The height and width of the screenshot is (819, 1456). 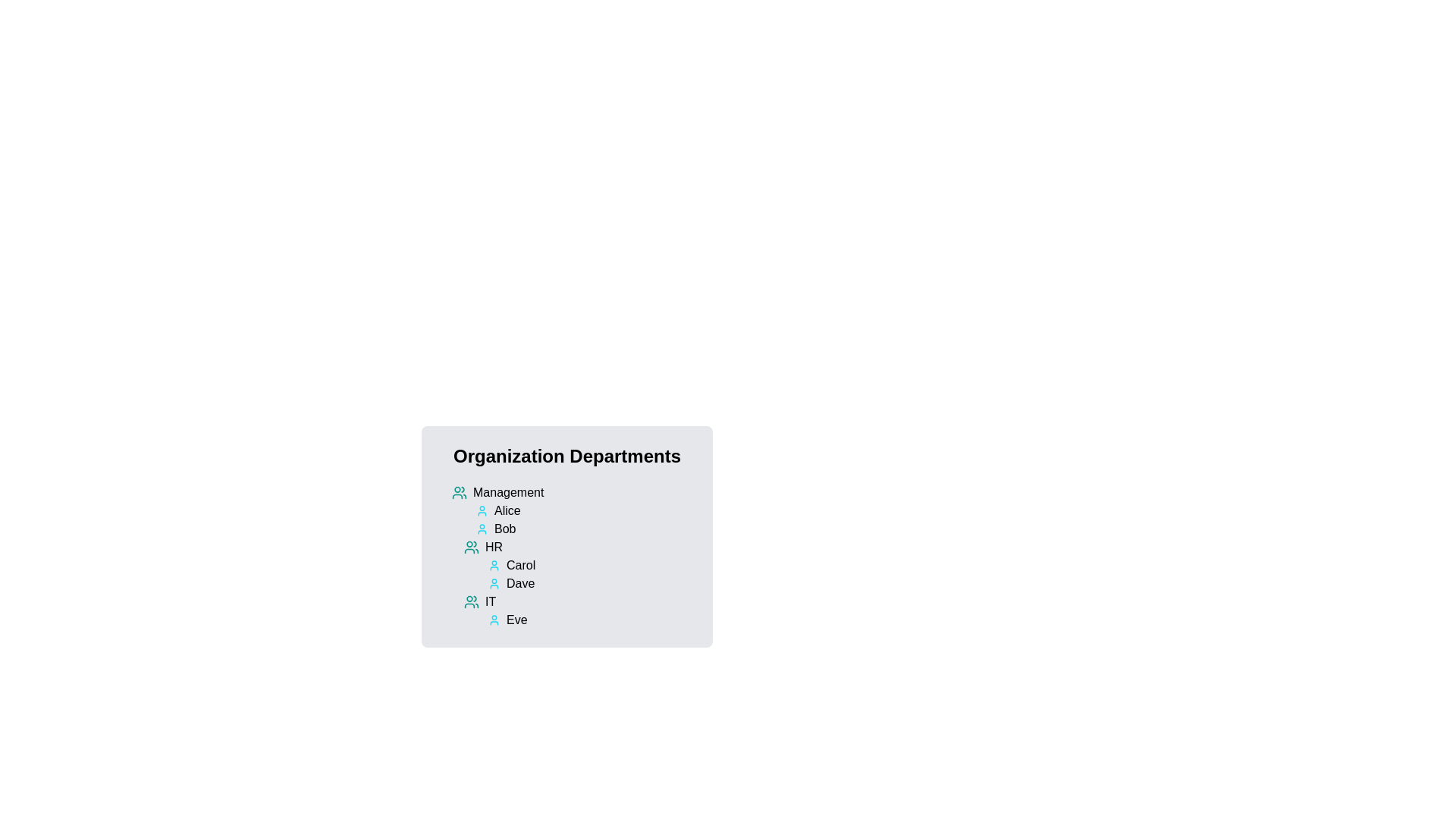 What do you see at coordinates (494, 565) in the screenshot?
I see `the user silhouette icon styled in cyan, located to the left of the text 'Carol'` at bounding box center [494, 565].